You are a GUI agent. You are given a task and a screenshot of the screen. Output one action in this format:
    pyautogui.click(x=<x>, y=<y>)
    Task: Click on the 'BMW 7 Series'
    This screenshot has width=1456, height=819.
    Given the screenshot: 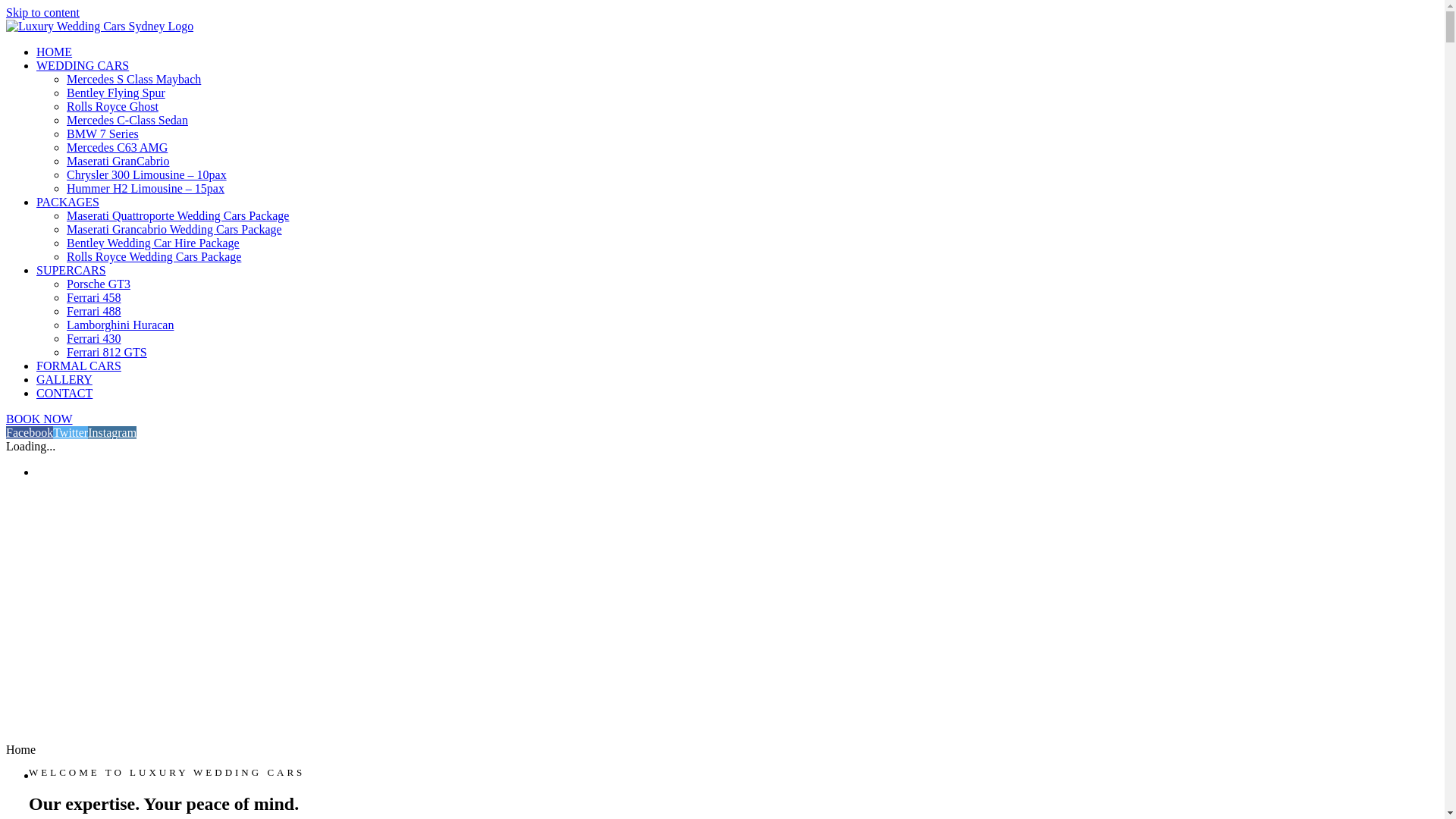 What is the action you would take?
    pyautogui.click(x=102, y=133)
    